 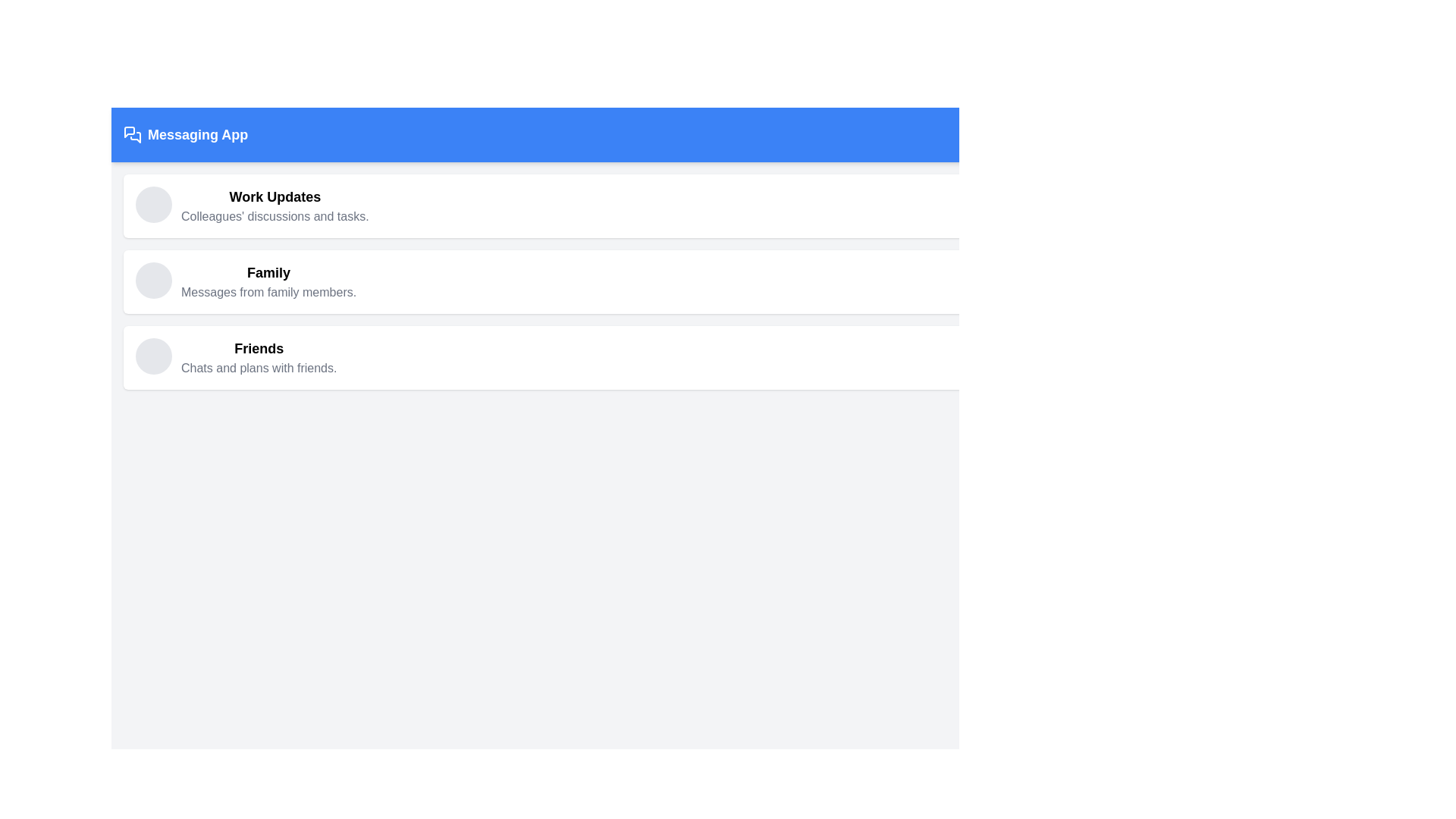 What do you see at coordinates (268, 271) in the screenshot?
I see `the text label displaying 'Family' in bold font, which serves as the main heading above the messages from family members` at bounding box center [268, 271].